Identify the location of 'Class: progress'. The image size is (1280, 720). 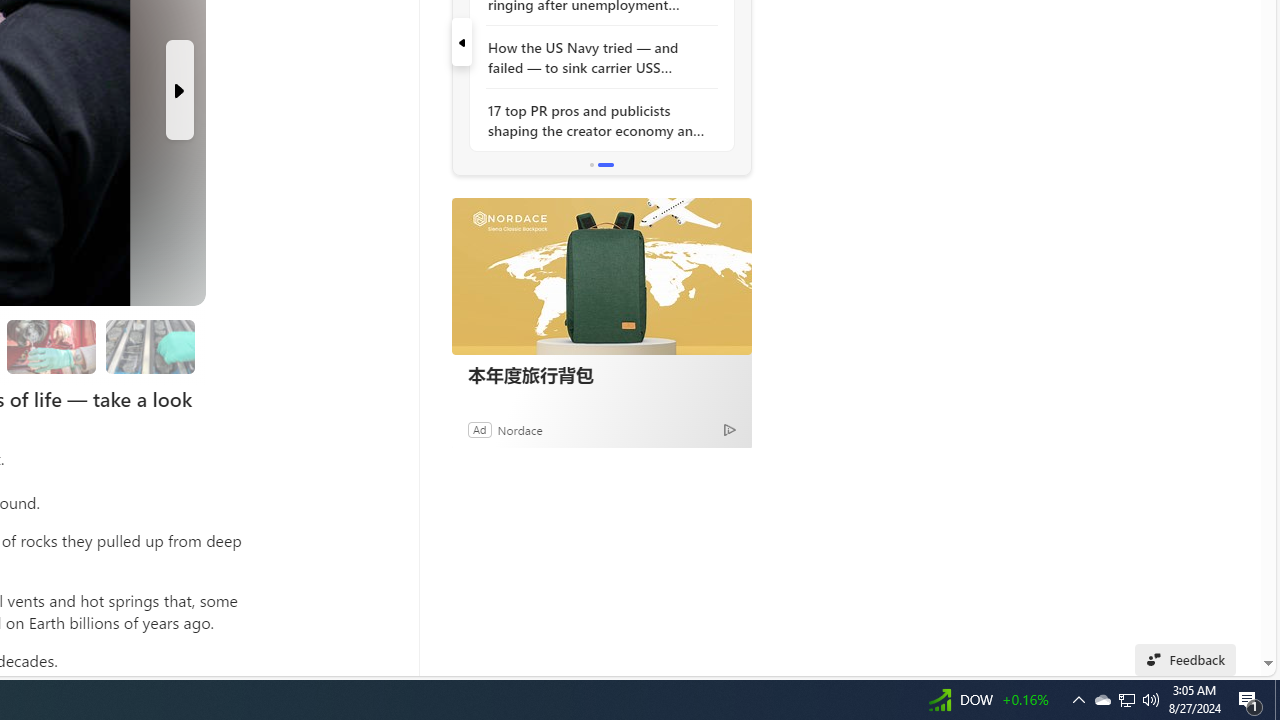
(149, 342).